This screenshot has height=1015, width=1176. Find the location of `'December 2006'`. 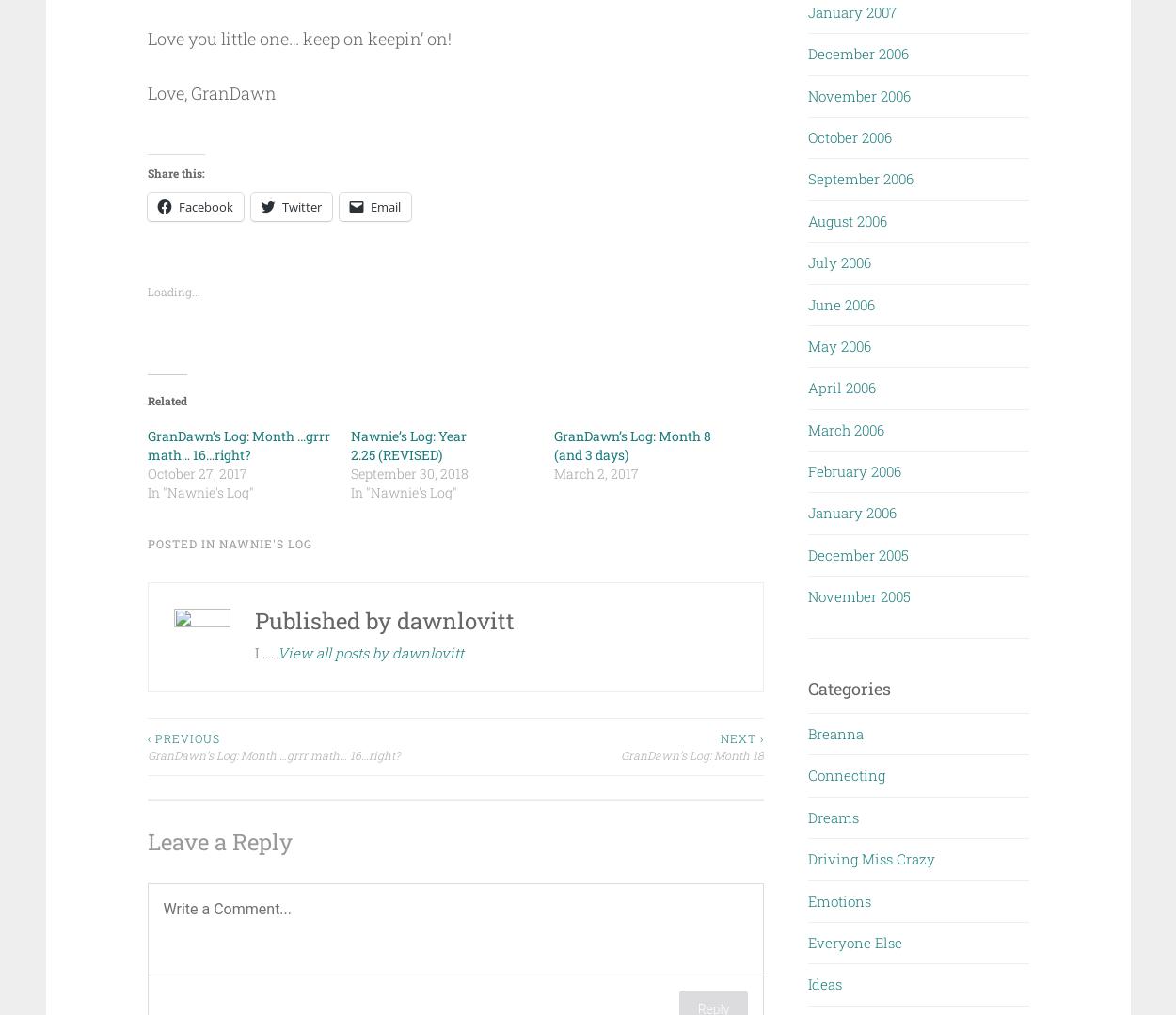

'December 2006' is located at coordinates (858, 52).